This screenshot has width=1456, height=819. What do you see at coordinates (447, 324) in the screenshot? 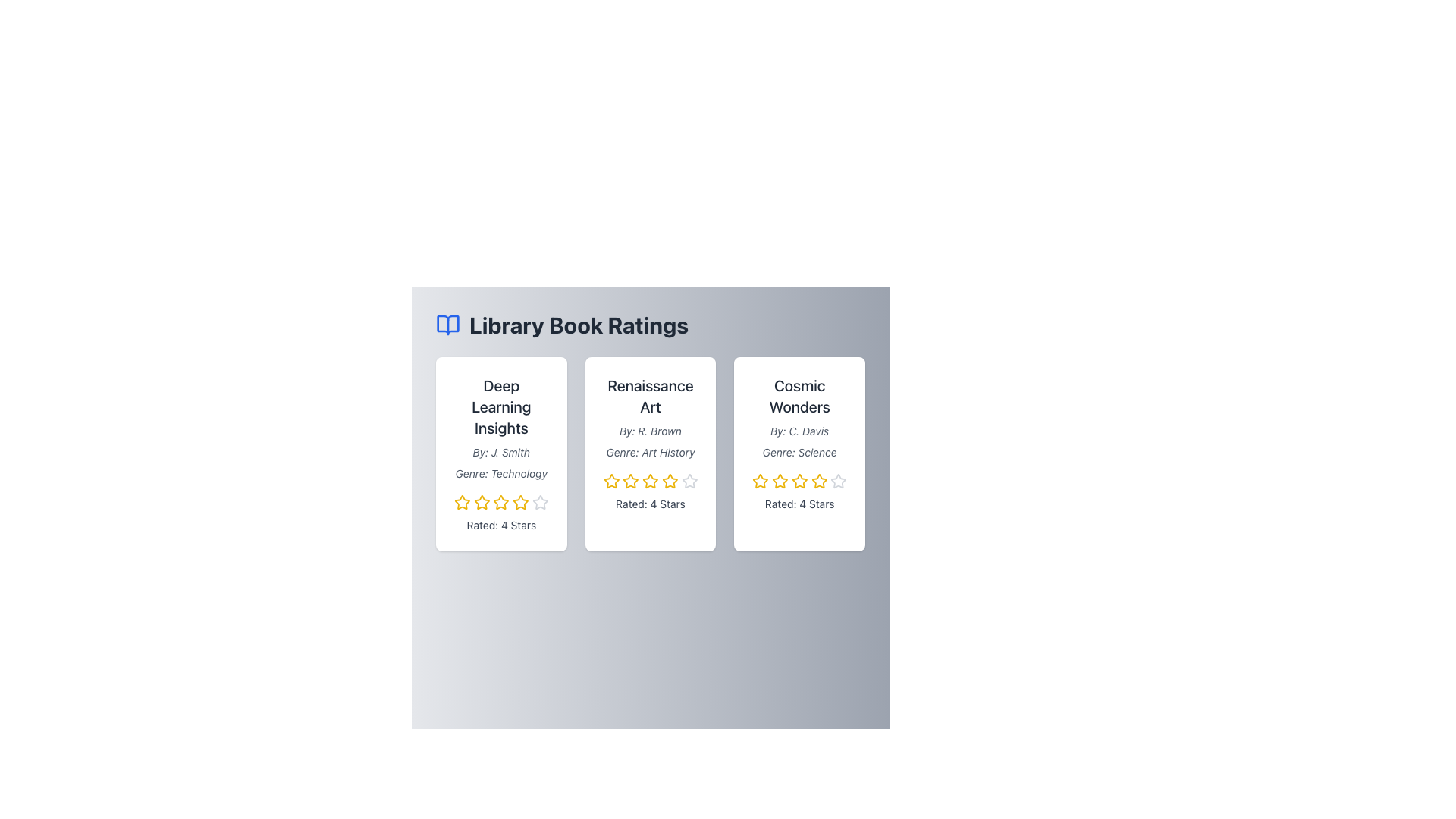
I see `the blue outlined book icon with a white background that represents an open book, located to the left of the text 'Library Book Ratings'` at bounding box center [447, 324].